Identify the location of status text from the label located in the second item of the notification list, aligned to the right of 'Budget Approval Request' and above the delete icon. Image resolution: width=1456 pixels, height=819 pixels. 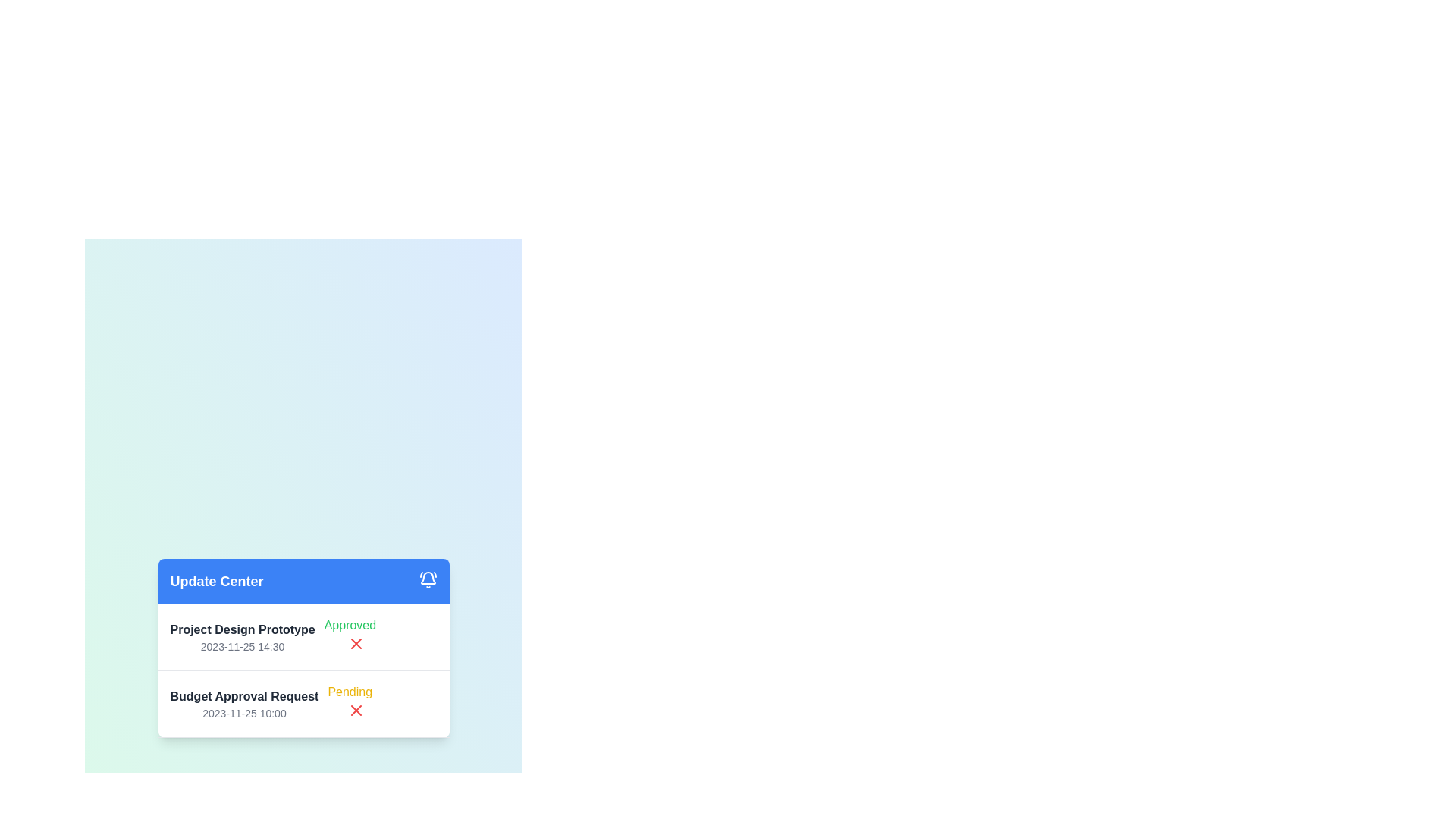
(349, 692).